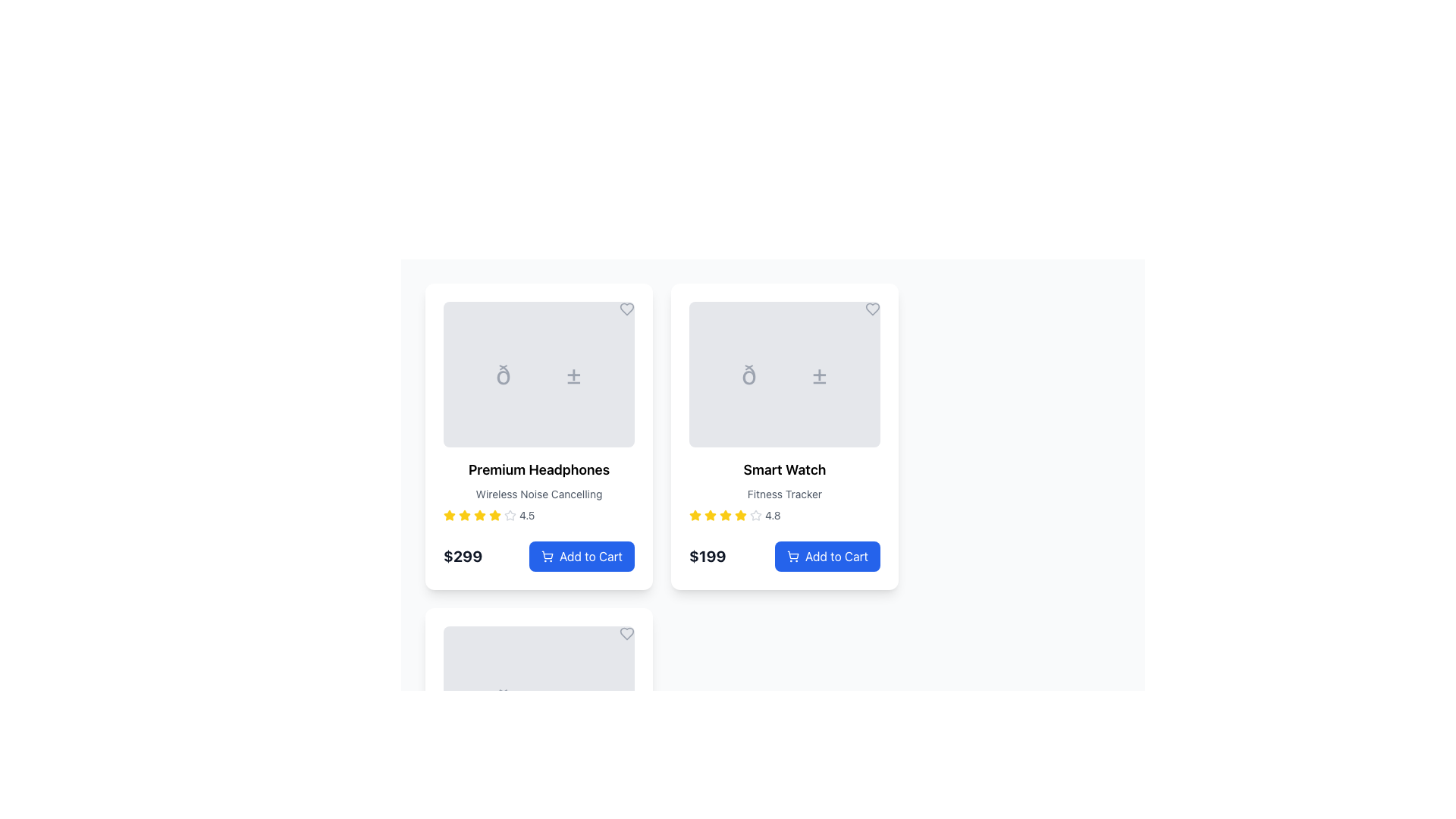  Describe the element at coordinates (785, 436) in the screenshot. I see `the second product card in the list that presents product details including title, description, price, and rating` at that location.